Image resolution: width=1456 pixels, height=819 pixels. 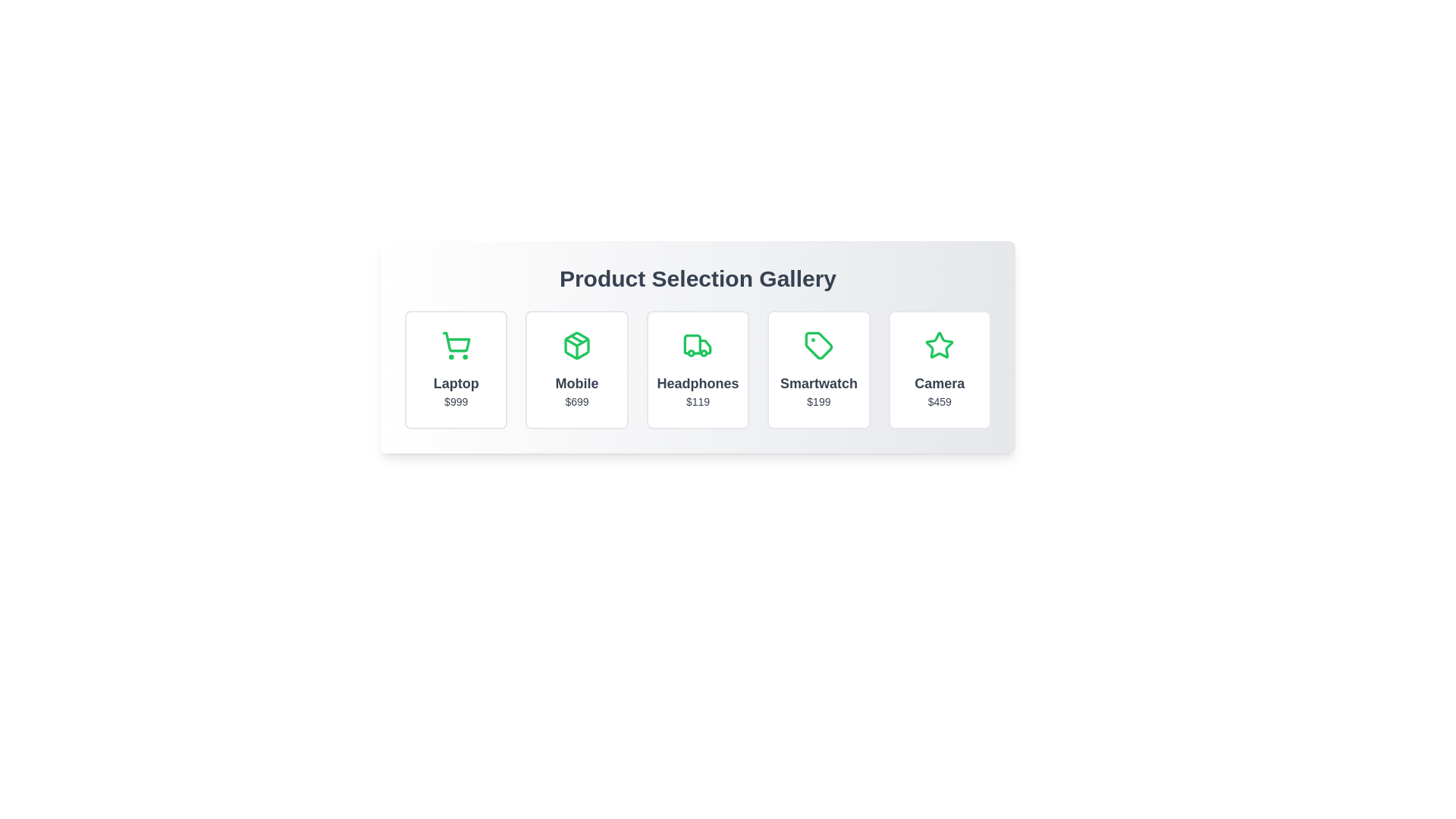 What do you see at coordinates (939, 400) in the screenshot?
I see `the static text displaying the price of the 'Camera' product, located at the bottom center of the 'Camera' card` at bounding box center [939, 400].